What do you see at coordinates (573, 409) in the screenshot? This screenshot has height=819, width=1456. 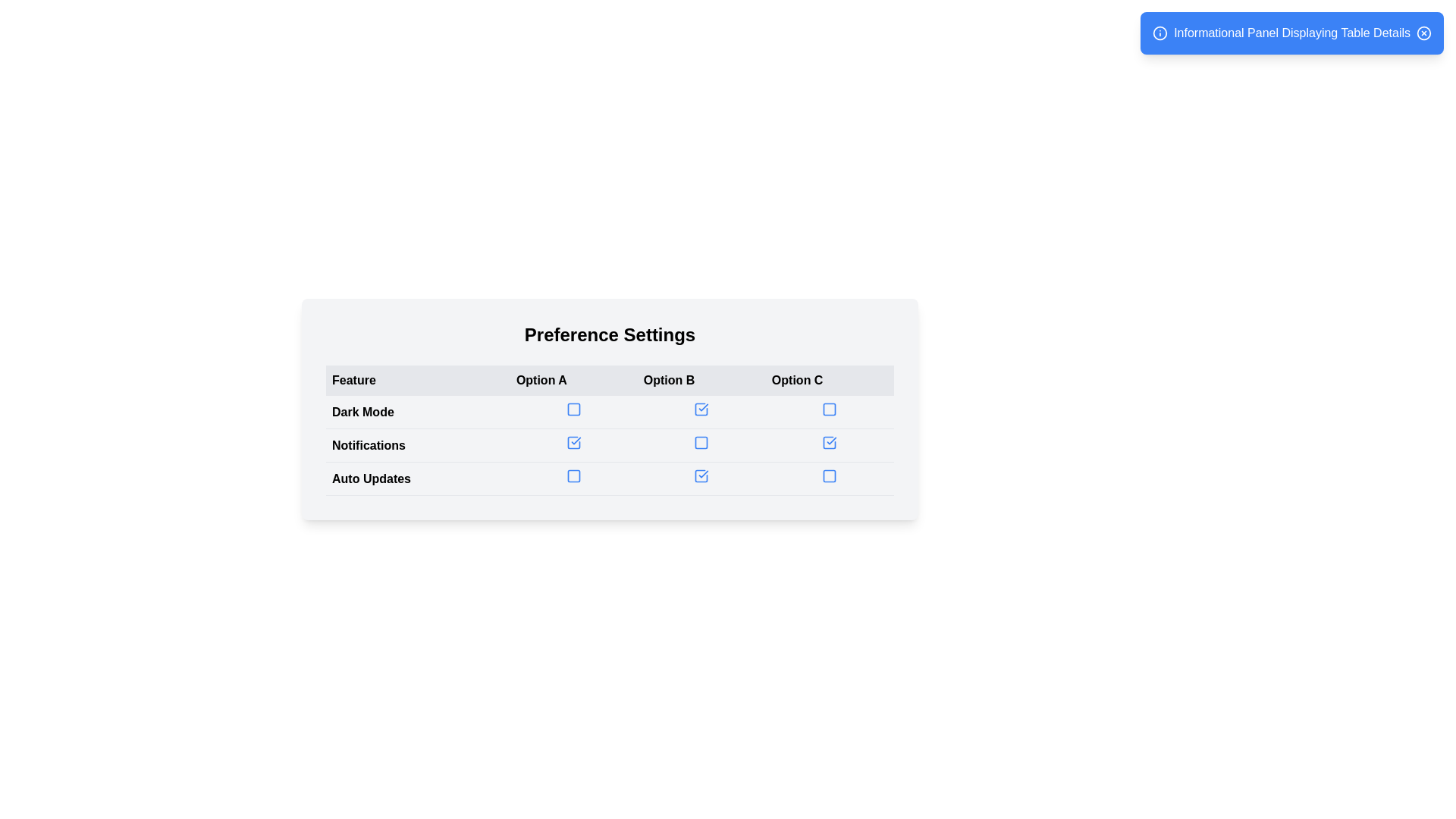 I see `the checkbox for 'Dark Mode' under 'Option A' in the 'Preference Settings' table` at bounding box center [573, 409].